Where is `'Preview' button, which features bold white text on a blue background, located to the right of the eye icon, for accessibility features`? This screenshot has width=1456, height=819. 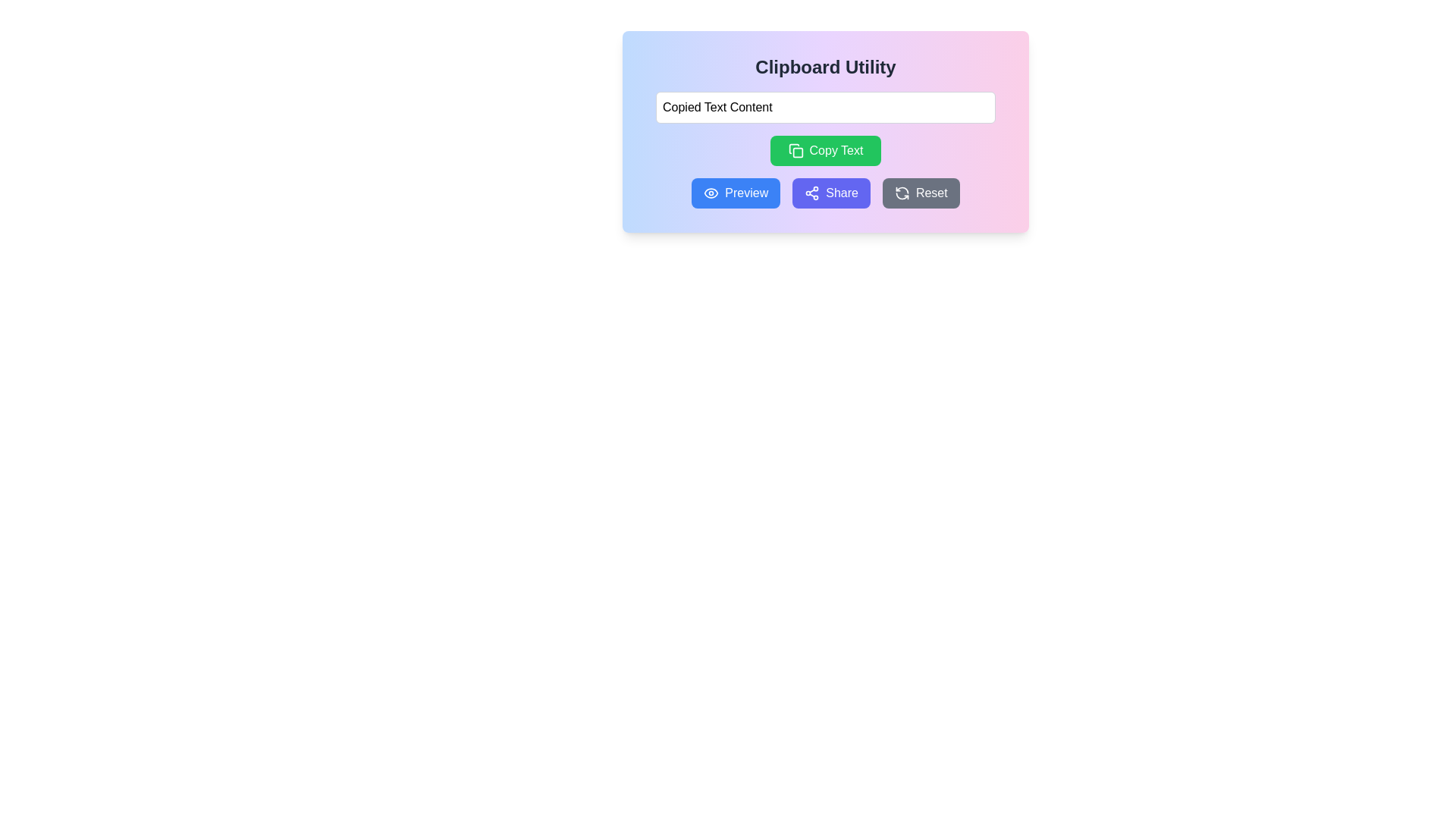
'Preview' button, which features bold white text on a blue background, located to the right of the eye icon, for accessibility features is located at coordinates (746, 192).